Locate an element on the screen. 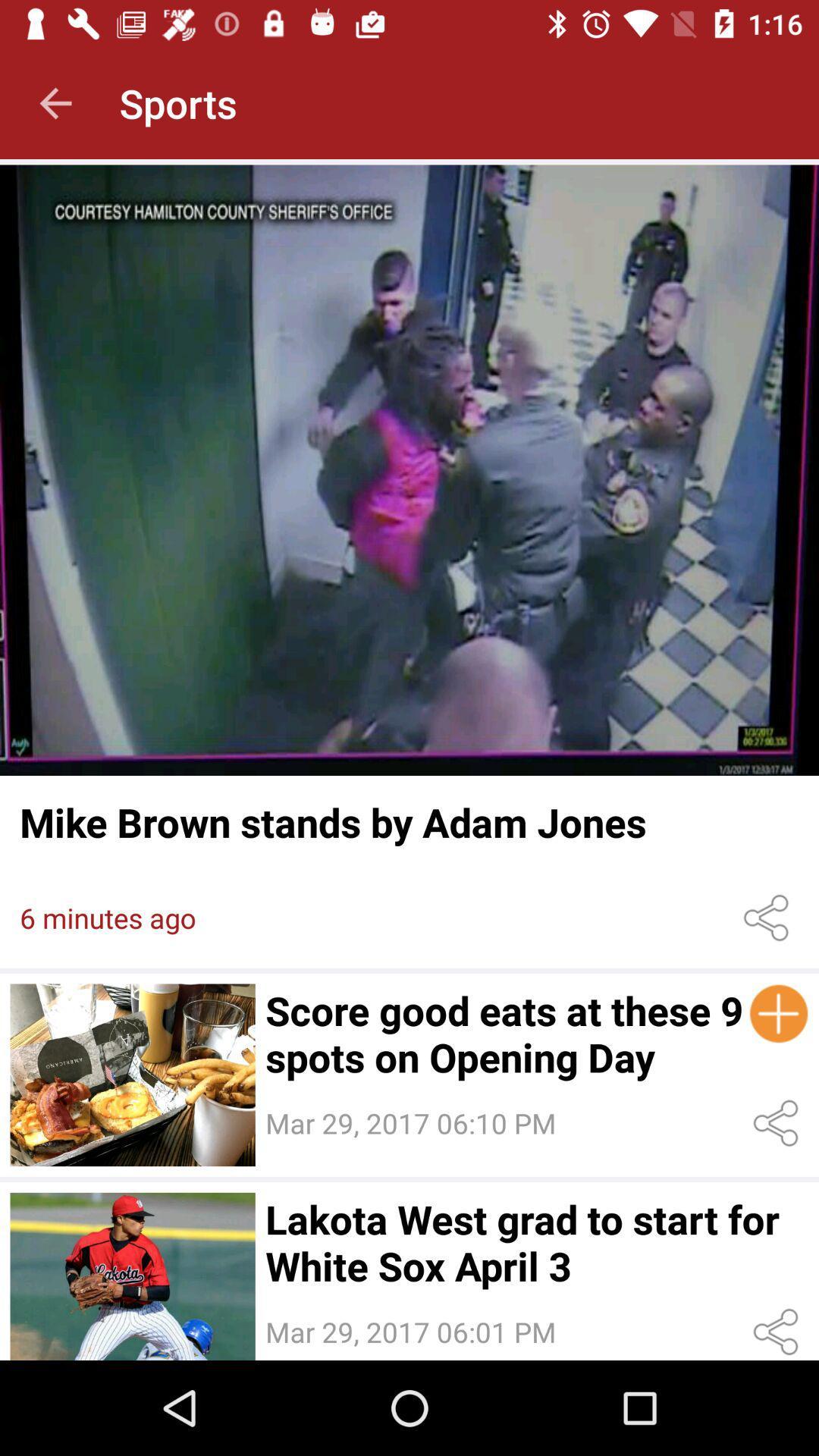  share the article is located at coordinates (769, 917).